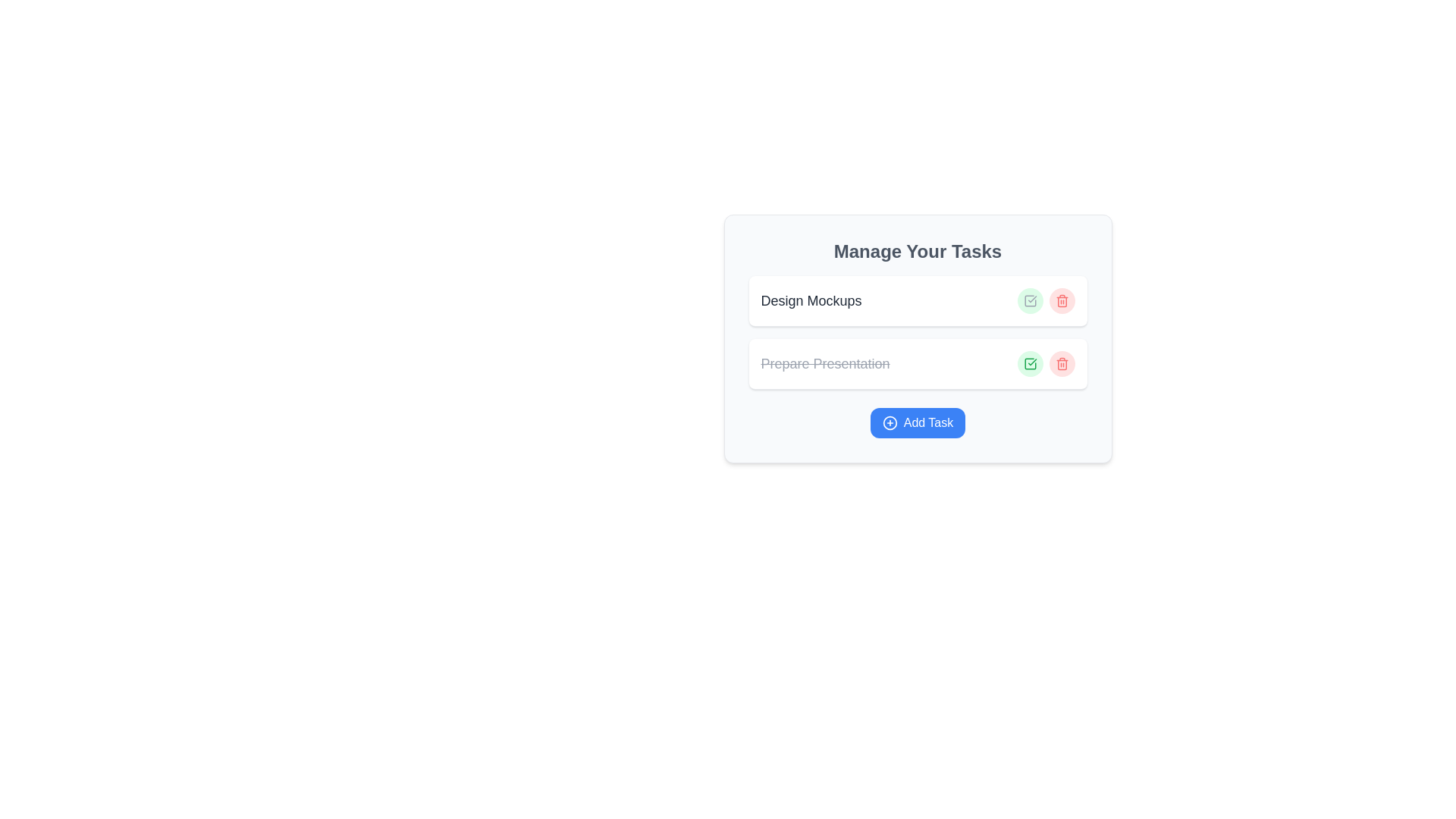  I want to click on the SVG checkmark icon with a gray stroke, so click(1030, 301).